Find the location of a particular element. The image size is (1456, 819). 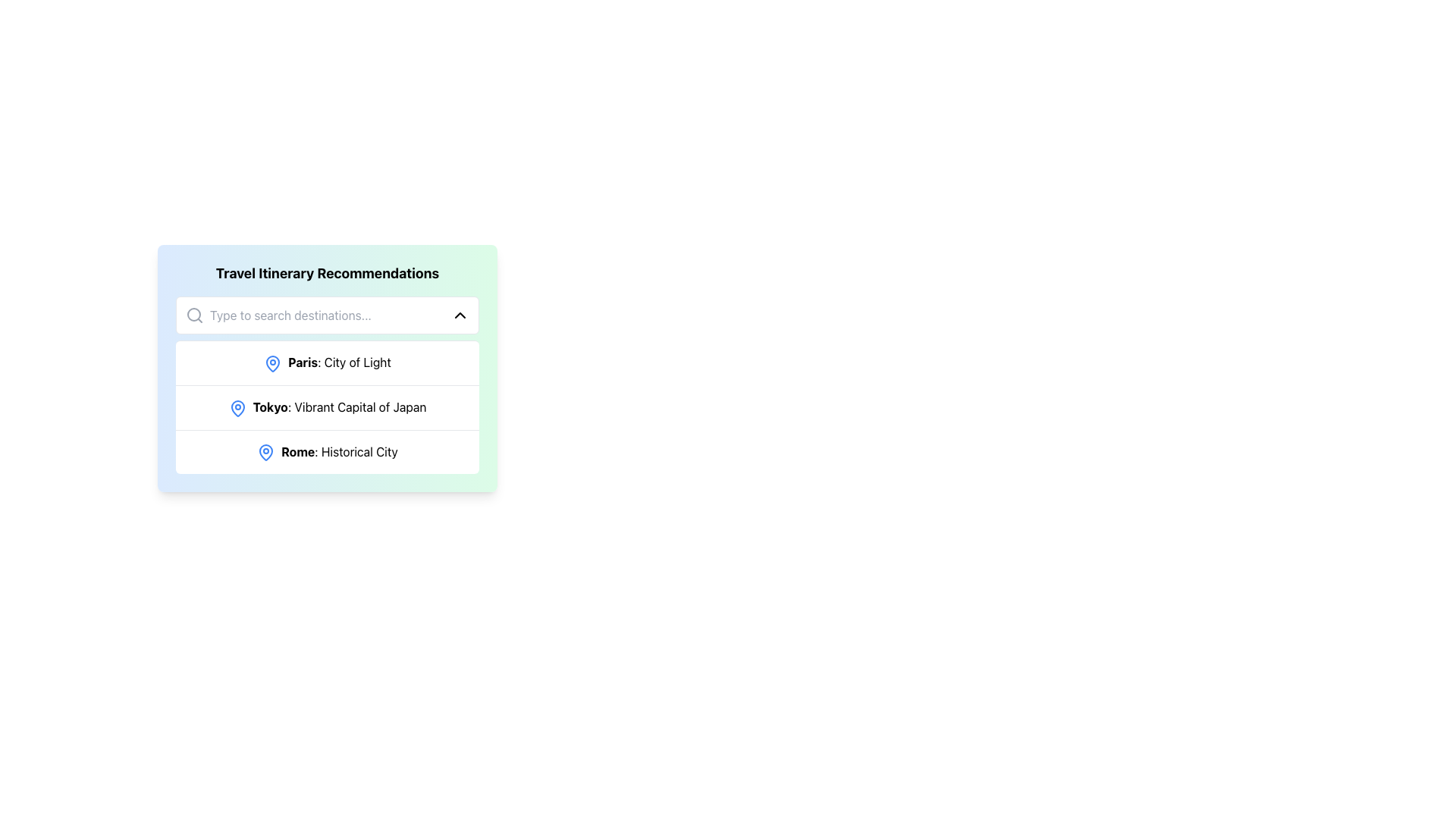

the first list item titled 'Paris: City of Light' with a blue map pin icon is located at coordinates (327, 362).